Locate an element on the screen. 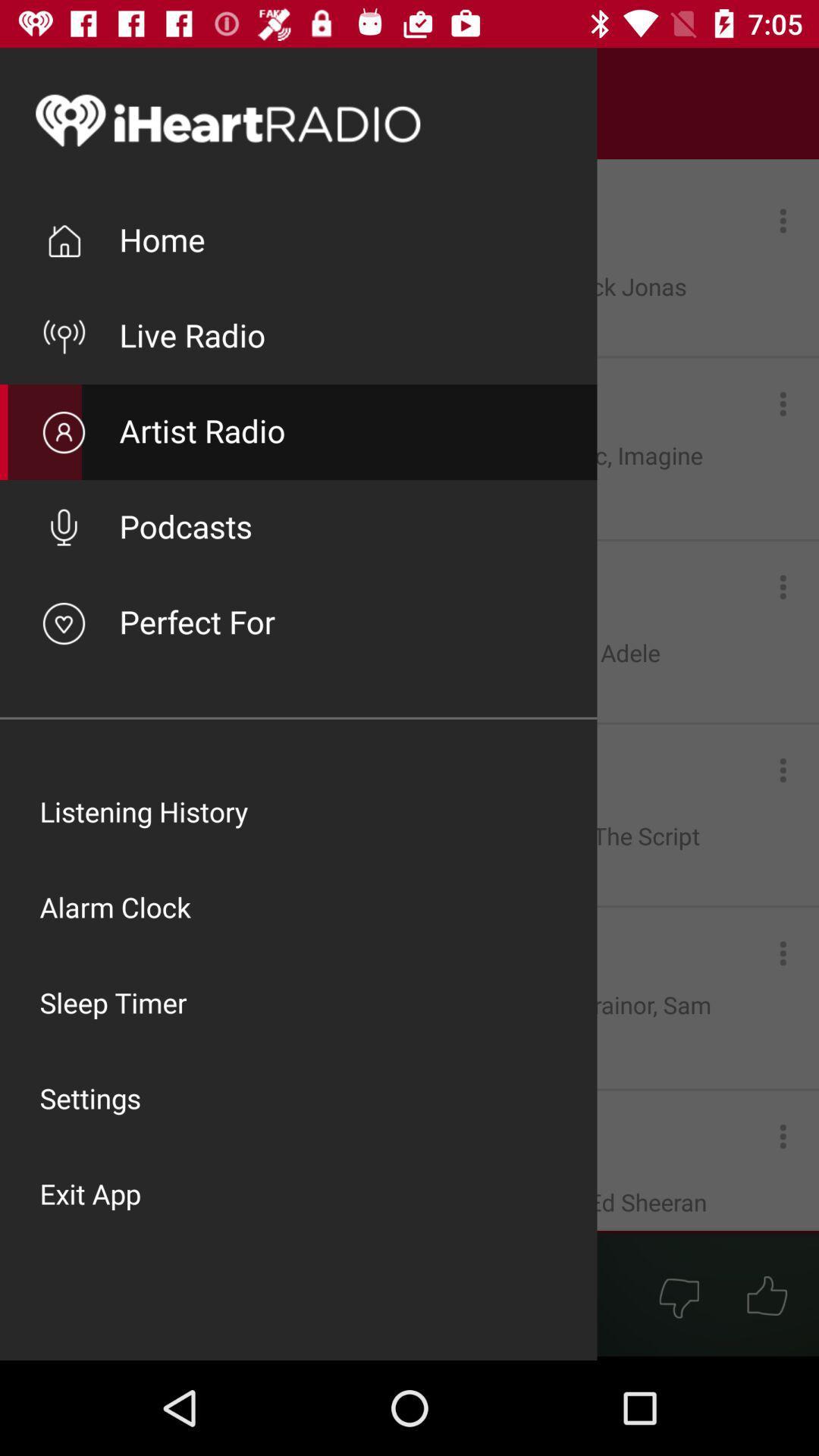 This screenshot has height=1456, width=819. the thumbs_up icon is located at coordinates (767, 1295).